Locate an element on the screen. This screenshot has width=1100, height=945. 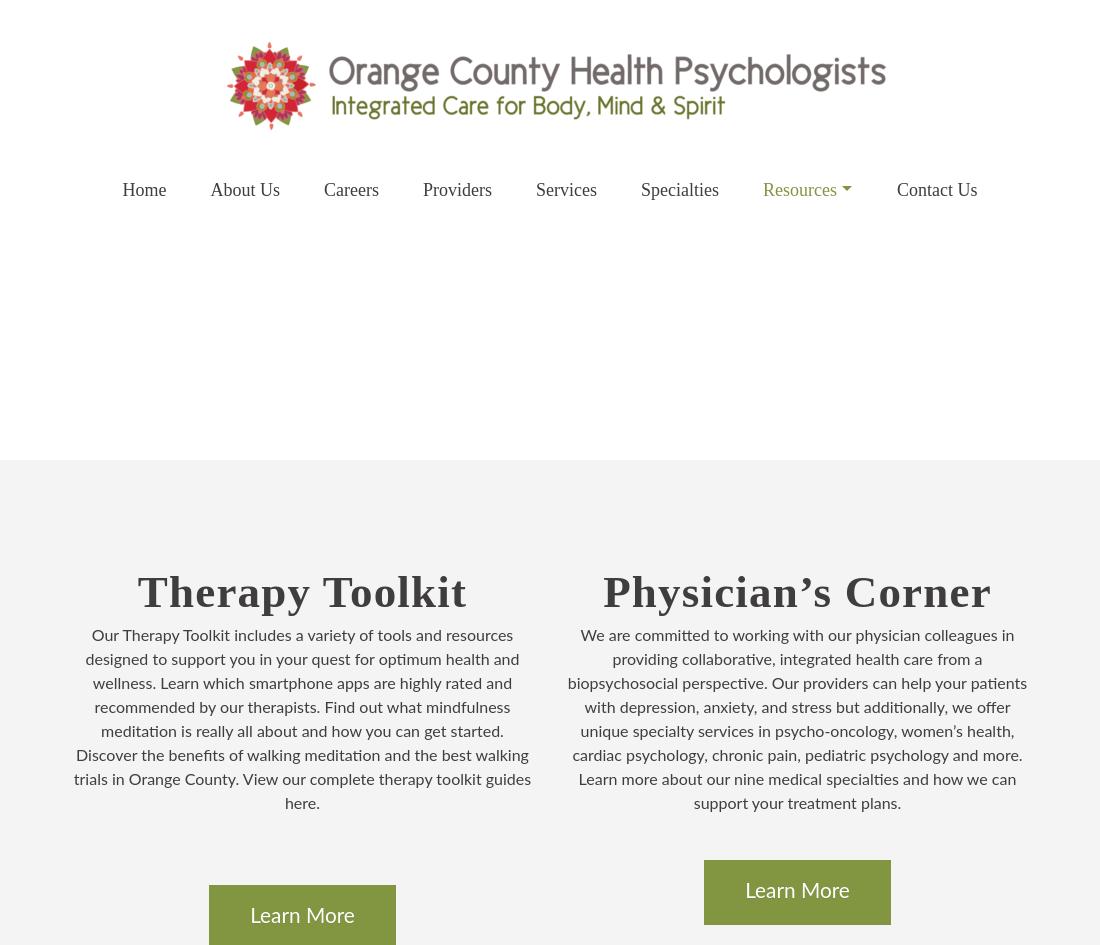
'Physician’s Corner' is located at coordinates (796, 592).